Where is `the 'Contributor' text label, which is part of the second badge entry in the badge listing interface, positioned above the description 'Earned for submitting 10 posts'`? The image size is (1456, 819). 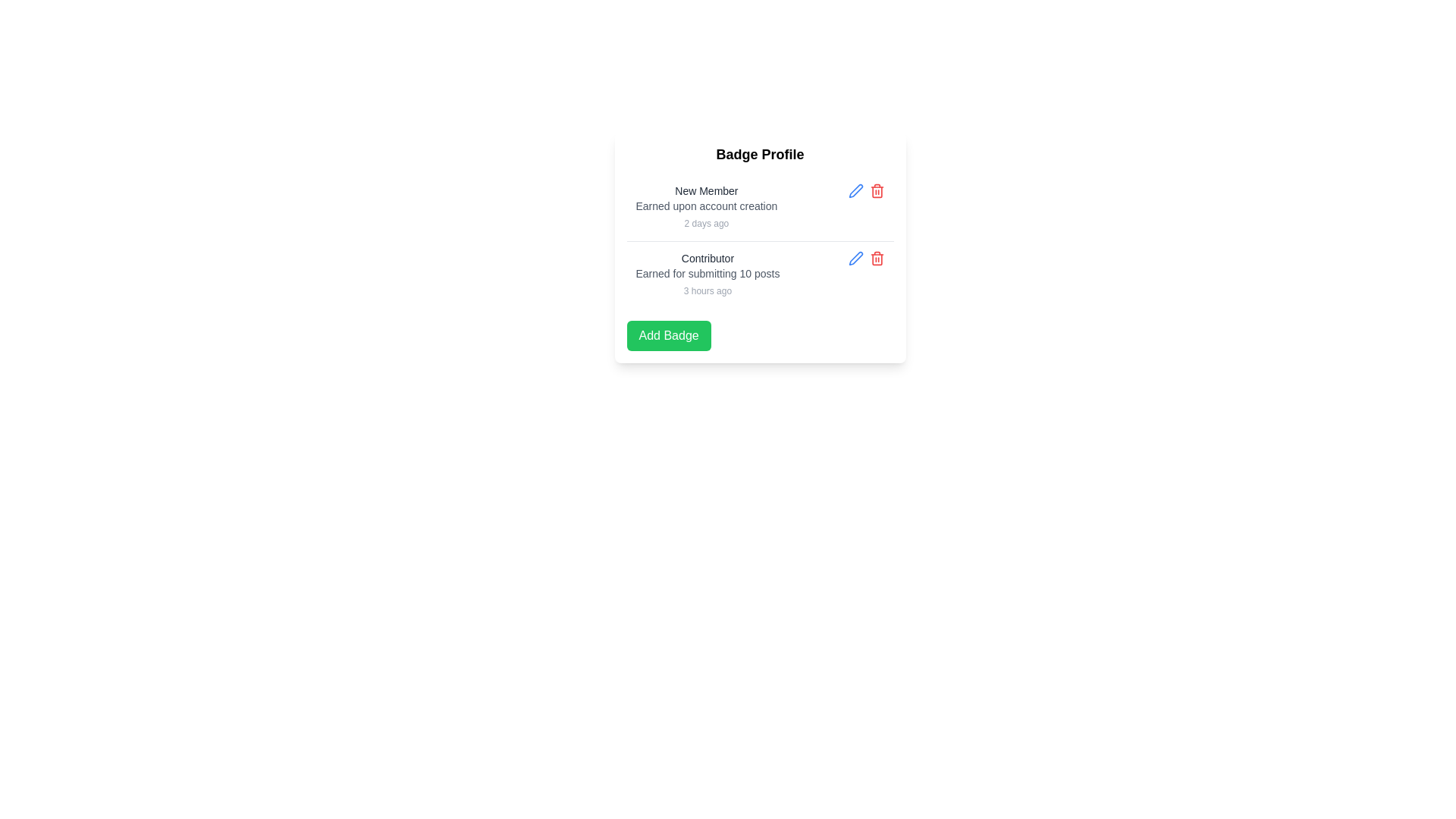
the 'Contributor' text label, which is part of the second badge entry in the badge listing interface, positioned above the description 'Earned for submitting 10 posts' is located at coordinates (707, 257).